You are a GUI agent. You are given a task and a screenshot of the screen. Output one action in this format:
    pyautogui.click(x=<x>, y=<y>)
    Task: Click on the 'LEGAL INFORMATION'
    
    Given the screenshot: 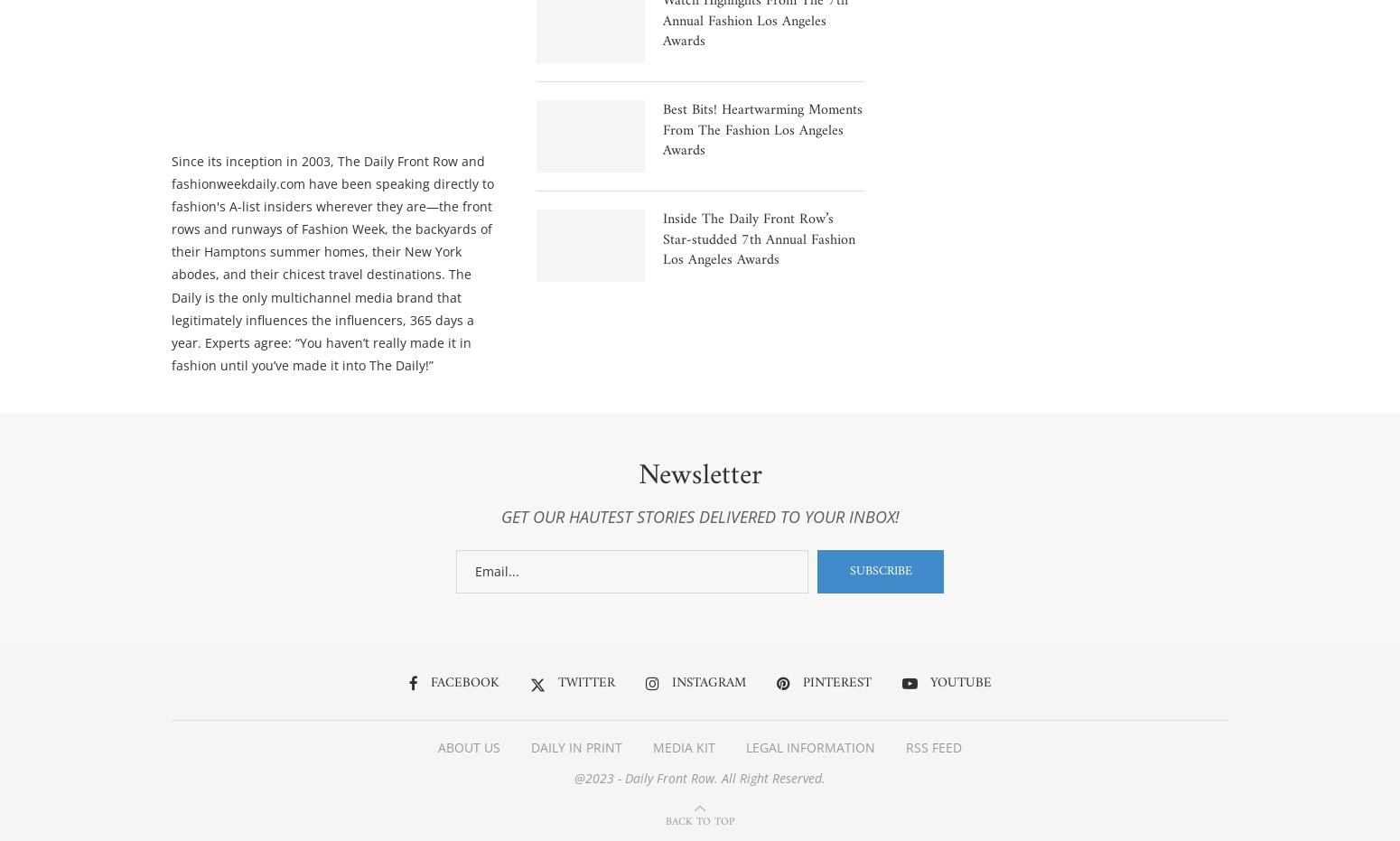 What is the action you would take?
    pyautogui.click(x=744, y=749)
    